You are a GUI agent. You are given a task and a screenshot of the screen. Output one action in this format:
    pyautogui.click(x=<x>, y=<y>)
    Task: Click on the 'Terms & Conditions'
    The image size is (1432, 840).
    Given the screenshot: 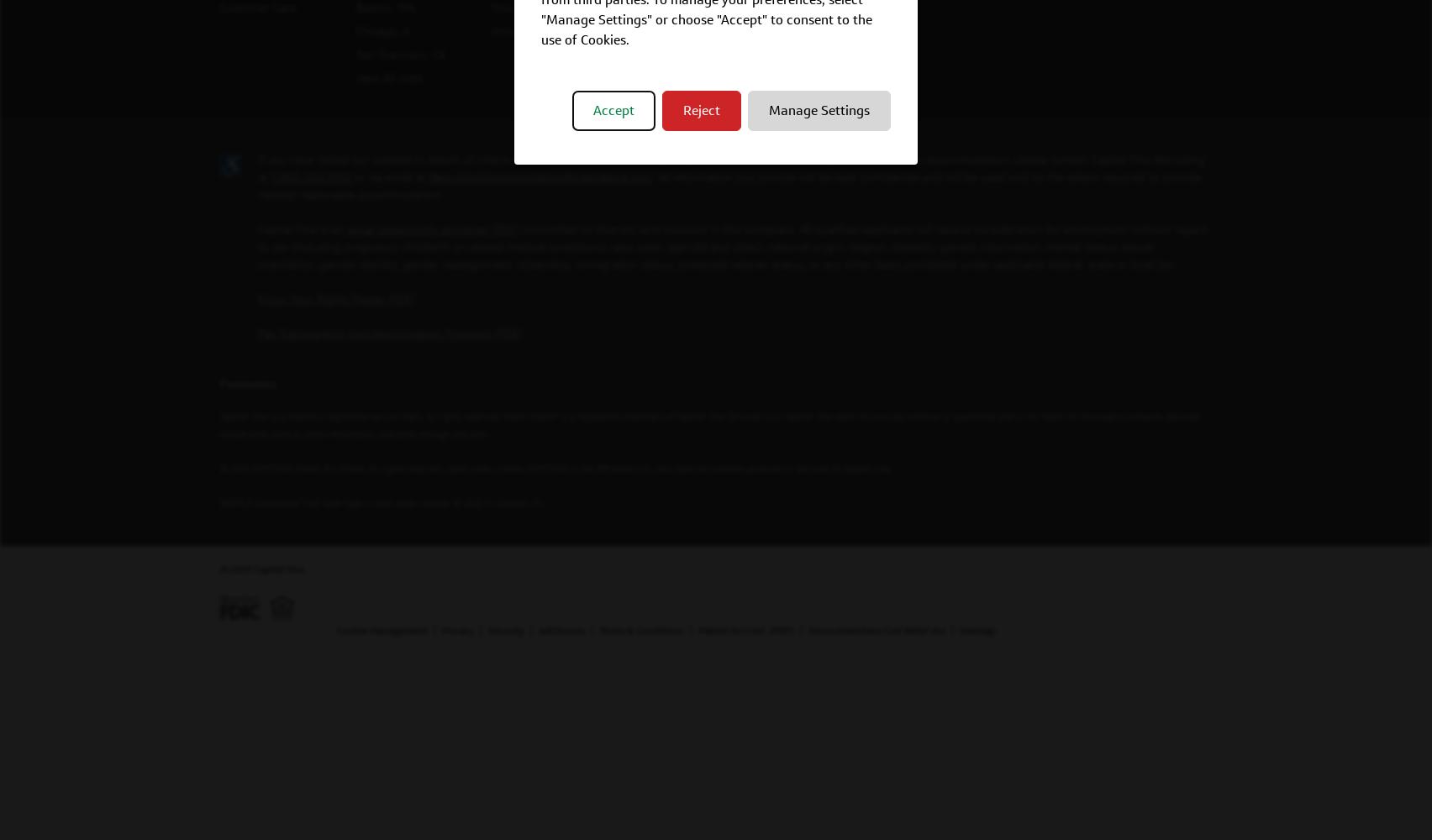 What is the action you would take?
    pyautogui.click(x=598, y=628)
    